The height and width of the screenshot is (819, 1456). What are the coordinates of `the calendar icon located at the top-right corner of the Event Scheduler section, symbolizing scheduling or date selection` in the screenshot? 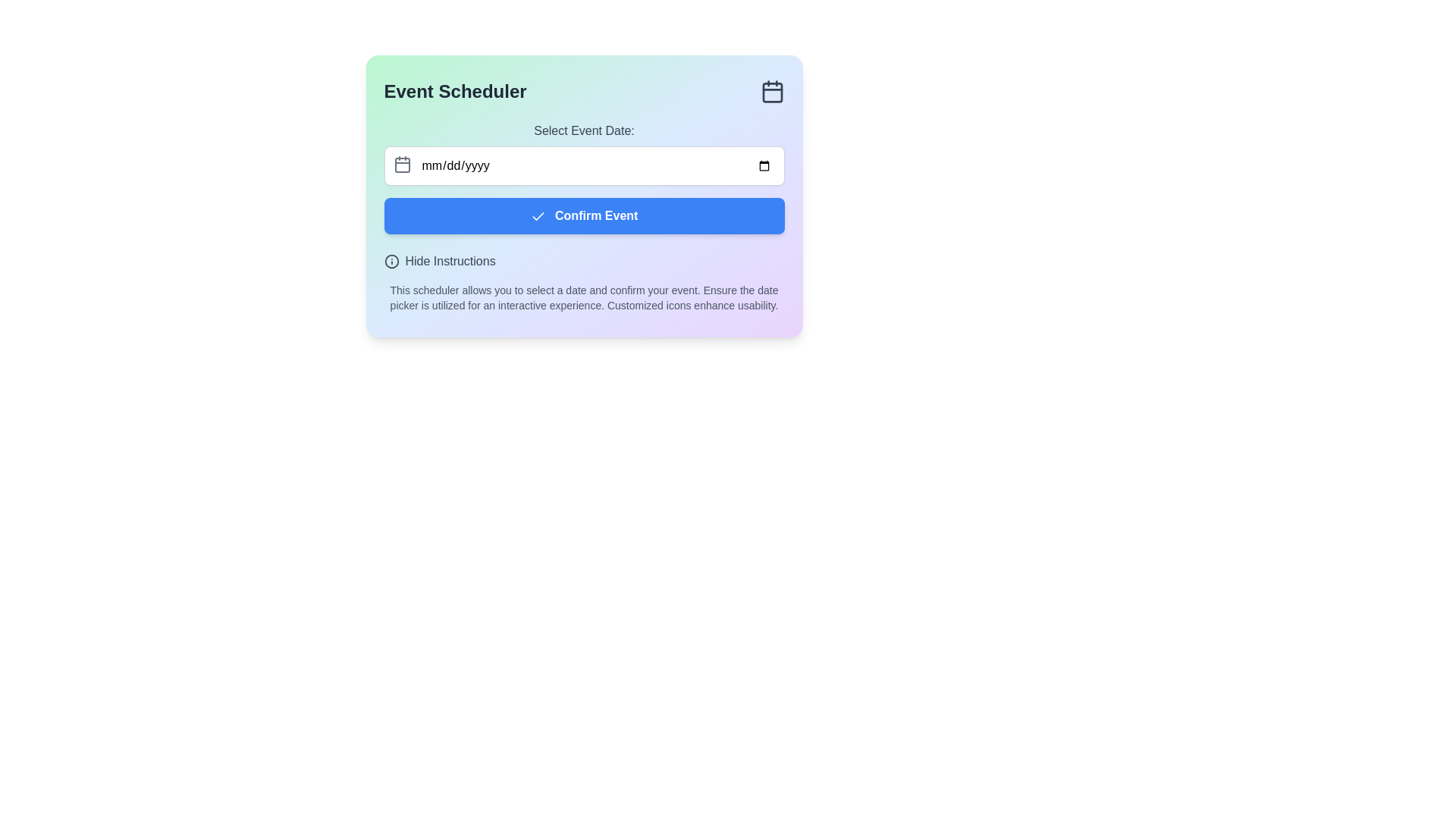 It's located at (772, 91).